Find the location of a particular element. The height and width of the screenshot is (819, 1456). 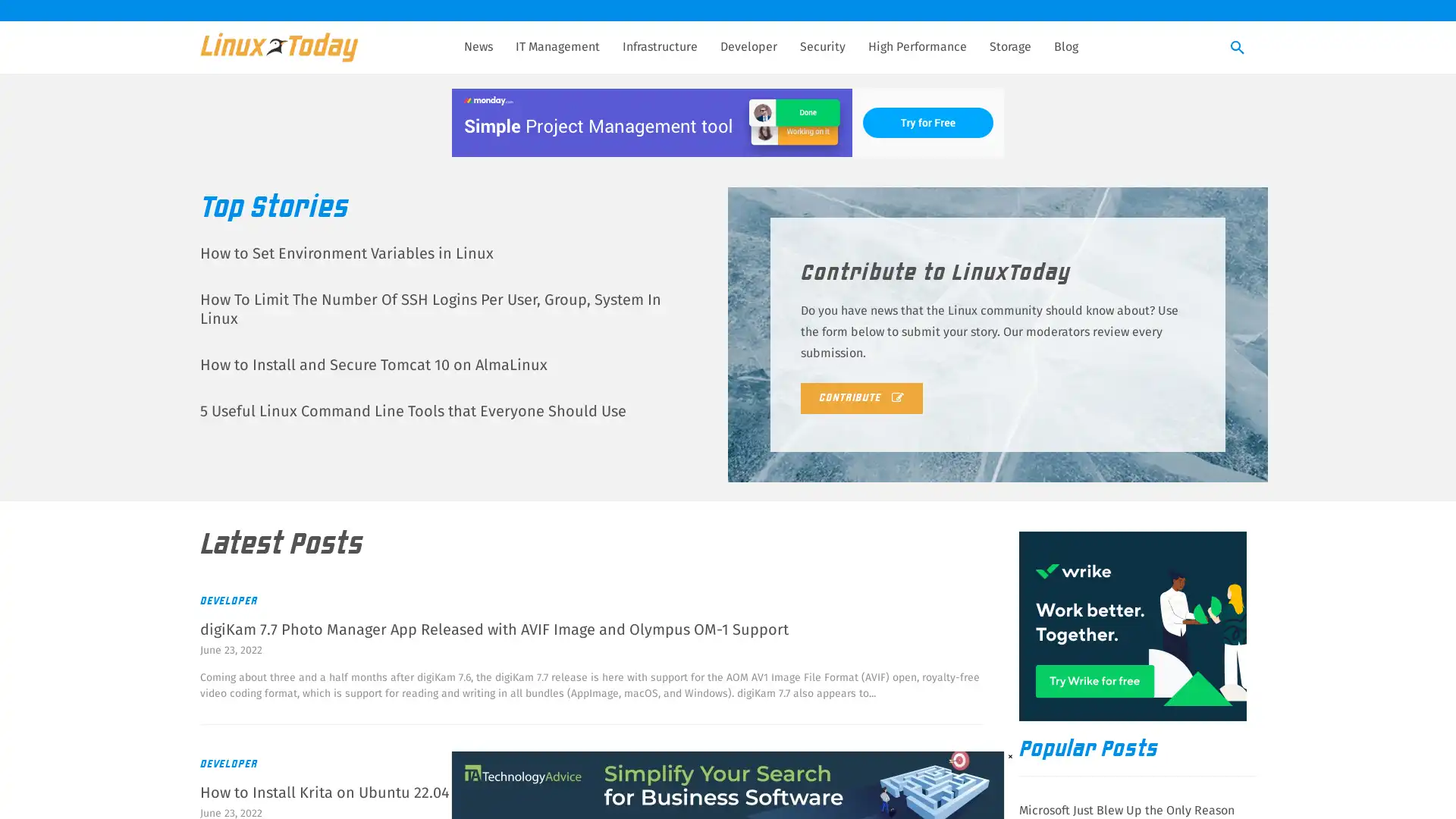

Search is located at coordinates (1238, 48).